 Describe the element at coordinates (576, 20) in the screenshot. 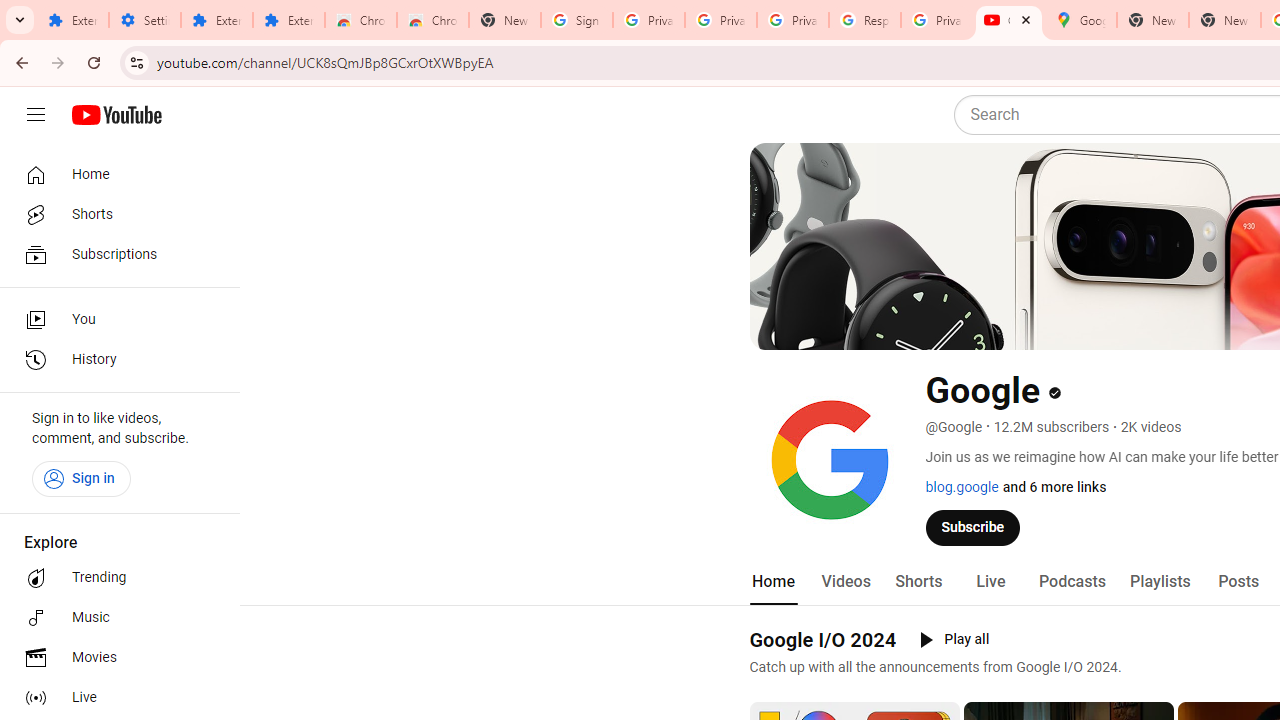

I see `'Sign in - Google Accounts'` at that location.